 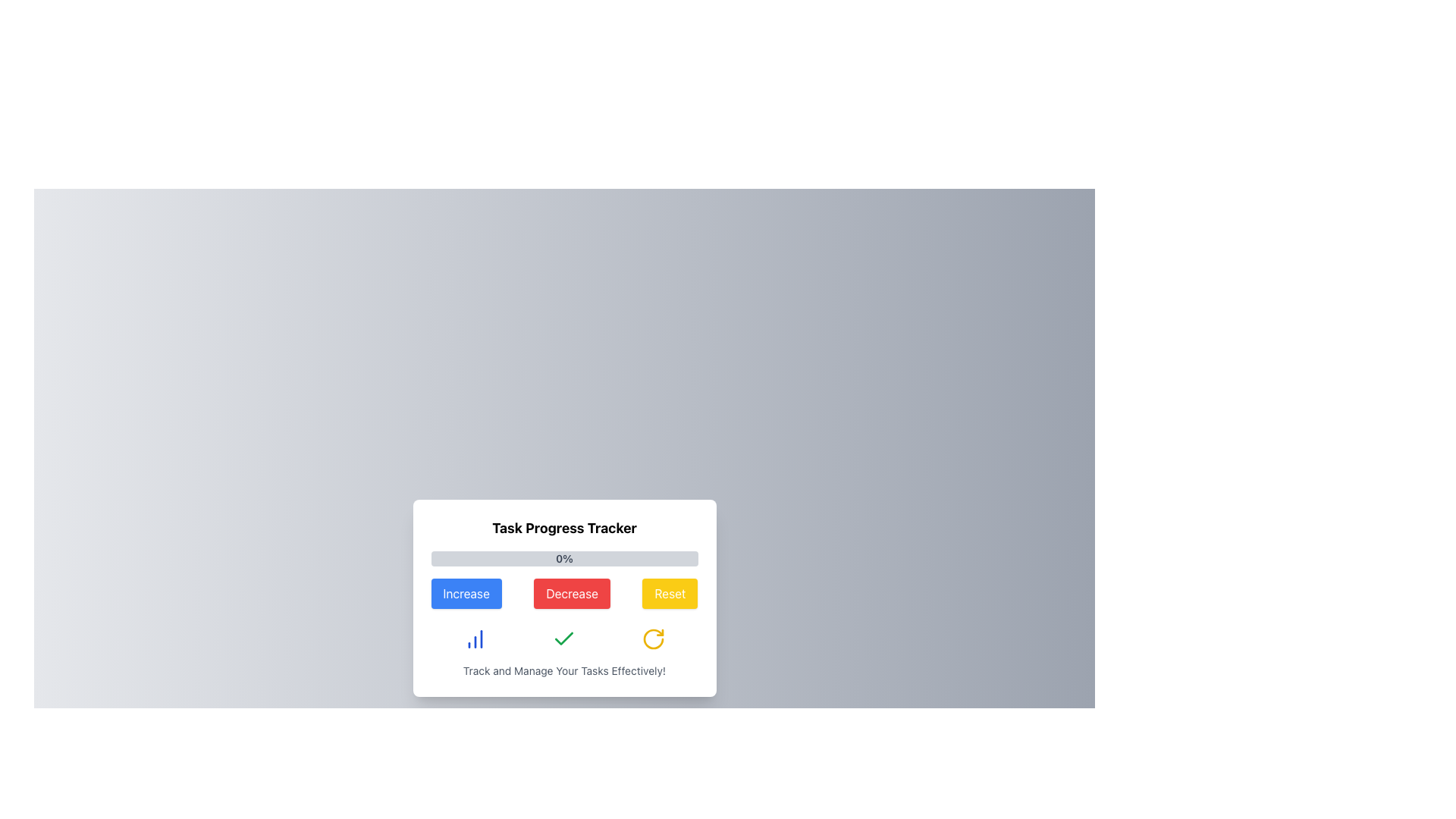 What do you see at coordinates (653, 639) in the screenshot?
I see `the reset button, which is the rightmost button in a row of three buttons below the progress bar` at bounding box center [653, 639].